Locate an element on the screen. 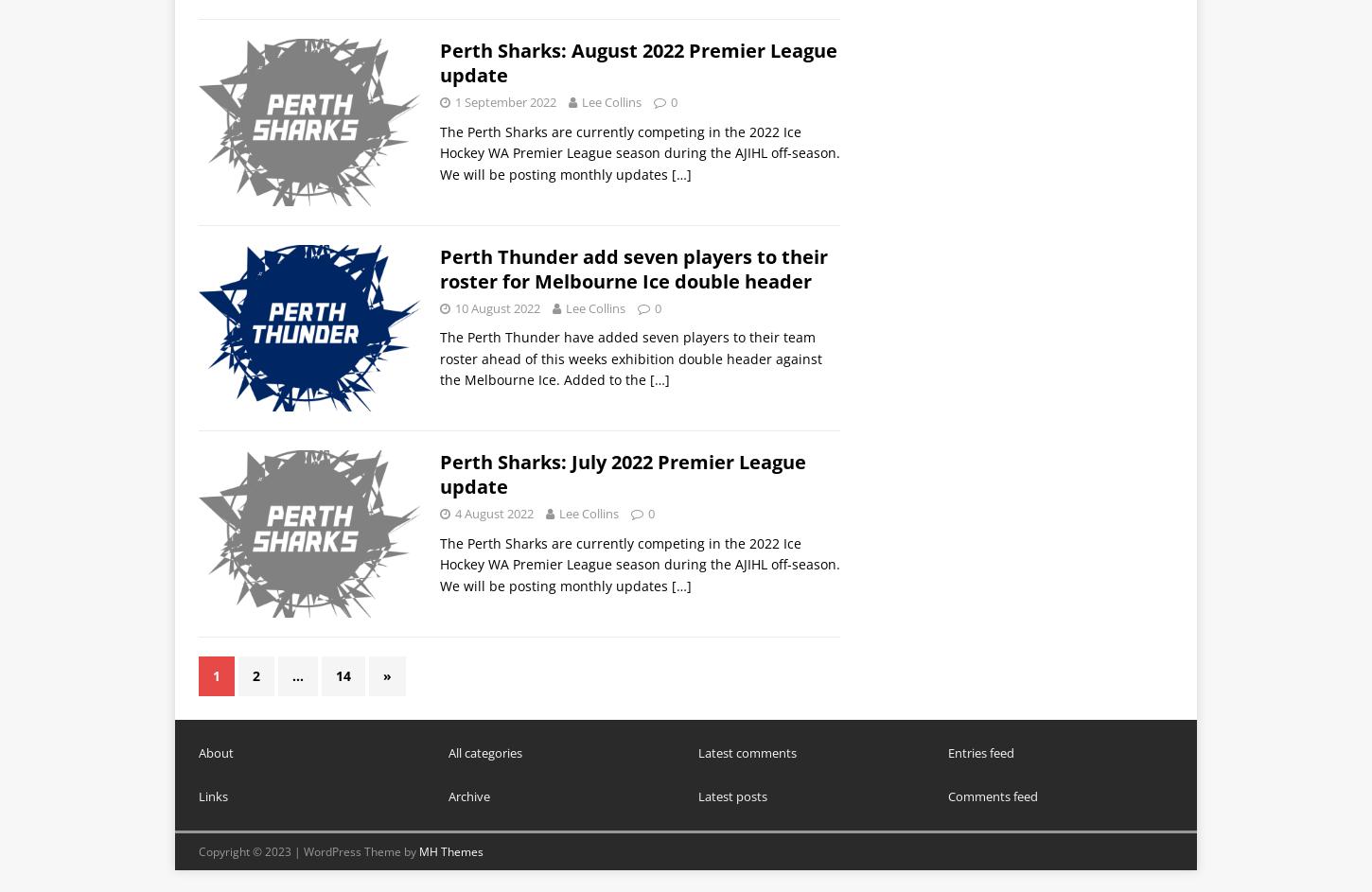  'The Perth Thunder have added seven players to their team roster ahead of this weeks exhibition double header against the Melbourne Ice. Added to the' is located at coordinates (630, 357).